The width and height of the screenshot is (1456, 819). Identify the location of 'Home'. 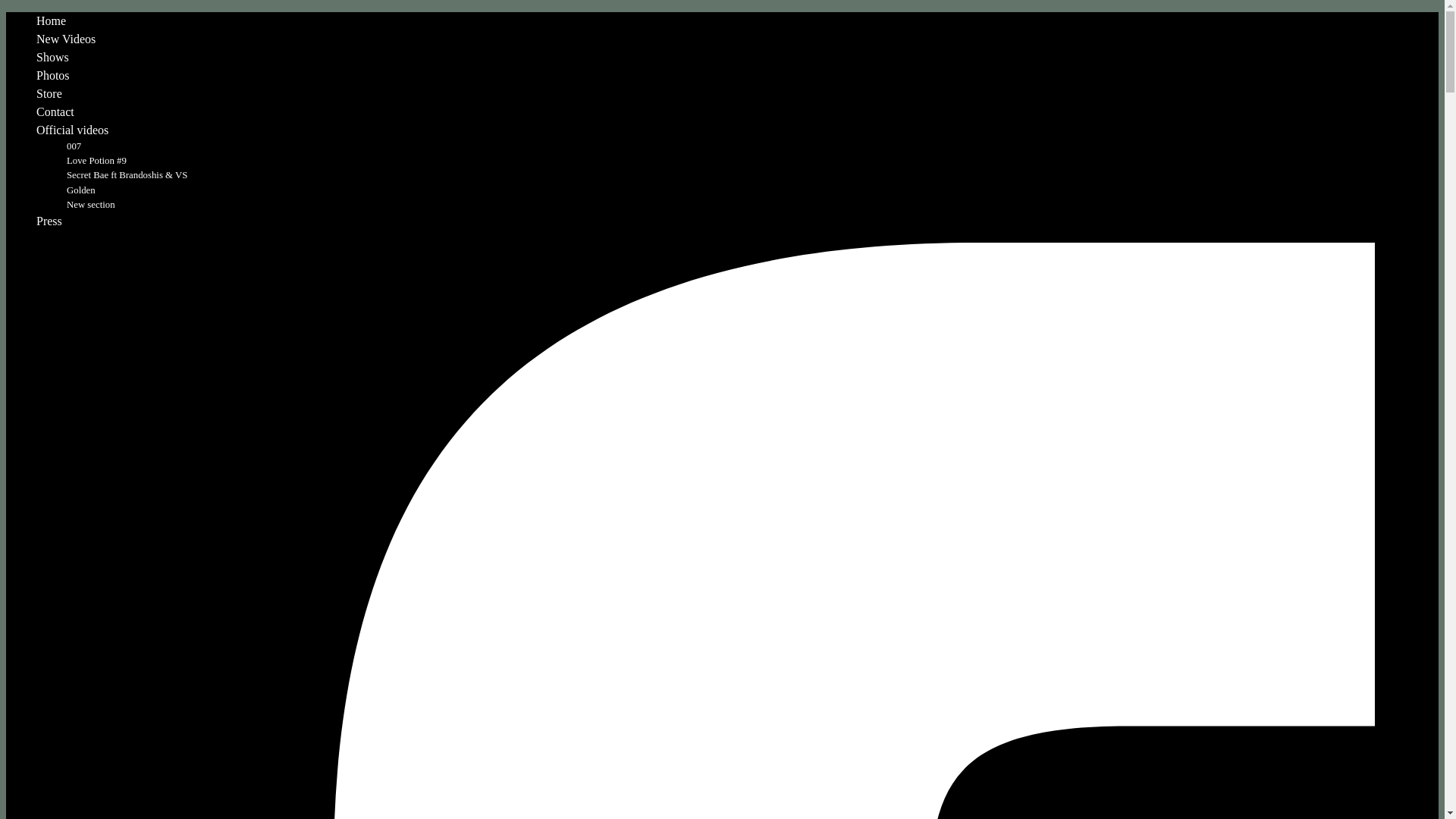
(51, 20).